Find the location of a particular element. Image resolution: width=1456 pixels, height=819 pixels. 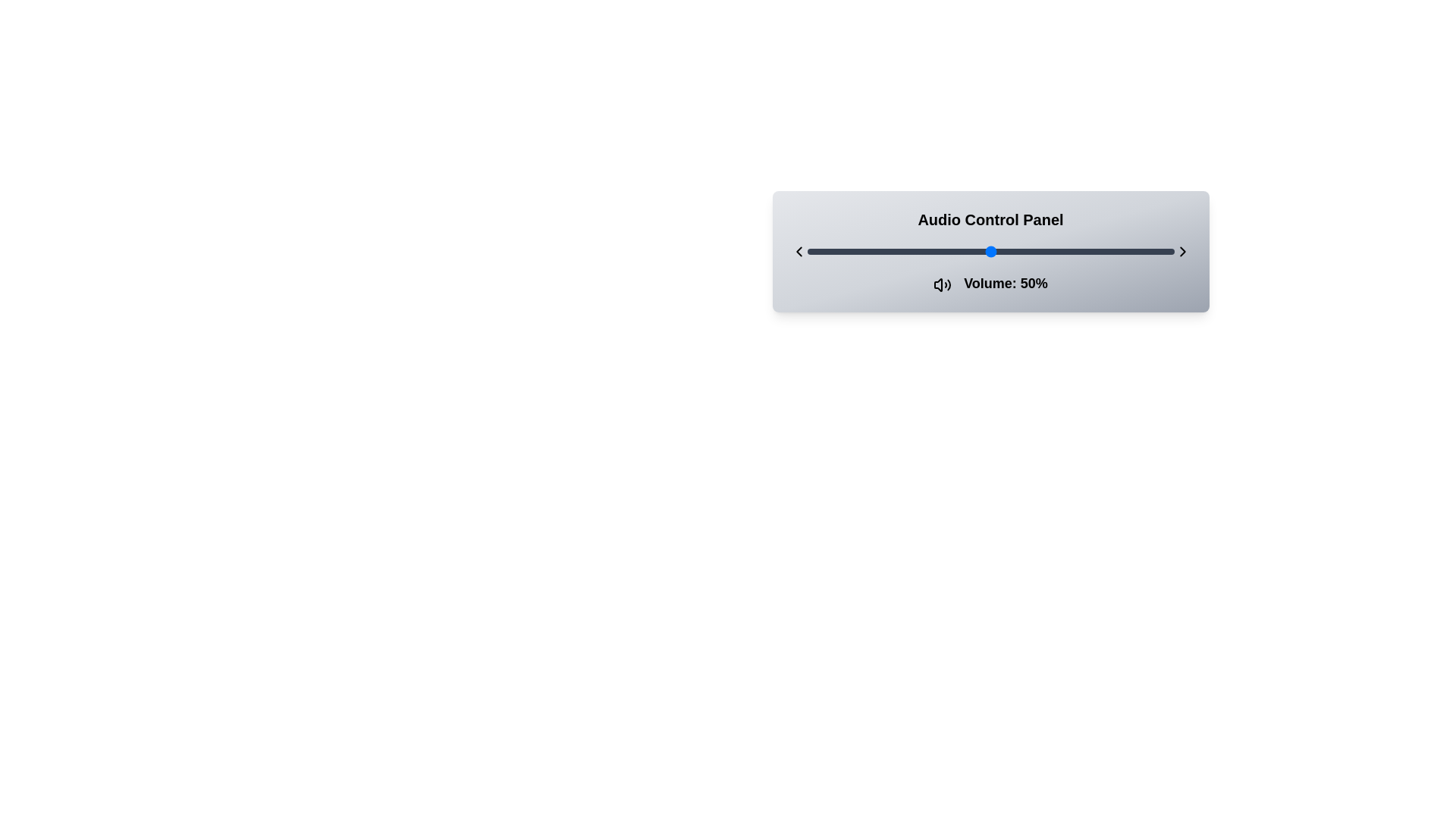

the audio module icon located to the left of the text 'Volume: 50%' is located at coordinates (937, 284).